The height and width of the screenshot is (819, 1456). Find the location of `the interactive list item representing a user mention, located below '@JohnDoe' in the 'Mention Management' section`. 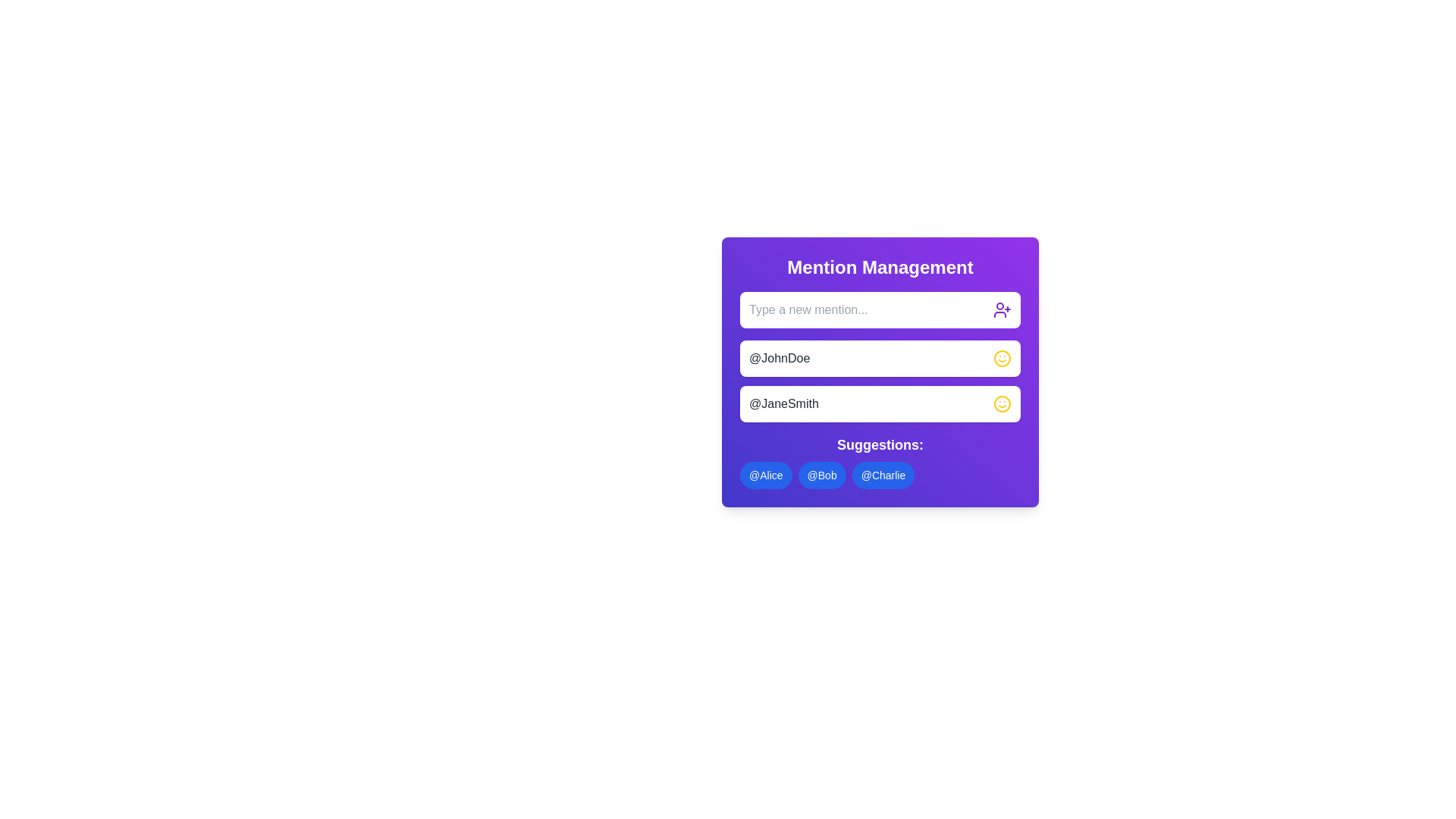

the interactive list item representing a user mention, located below '@JohnDoe' in the 'Mention Management' section is located at coordinates (880, 403).